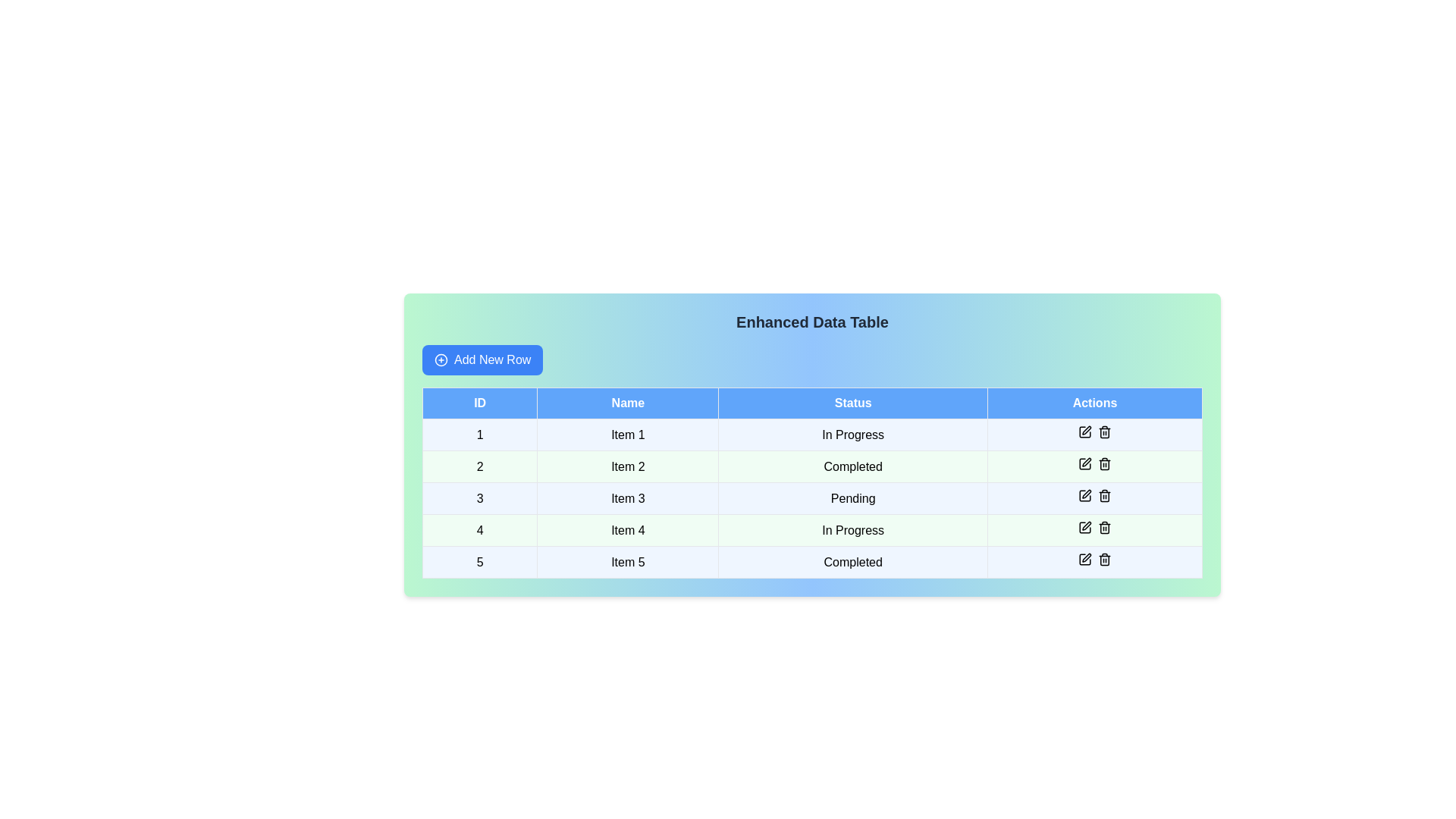  I want to click on the edit icon button located in the 'Actions' column of the table for 'Item 2', so click(1086, 430).